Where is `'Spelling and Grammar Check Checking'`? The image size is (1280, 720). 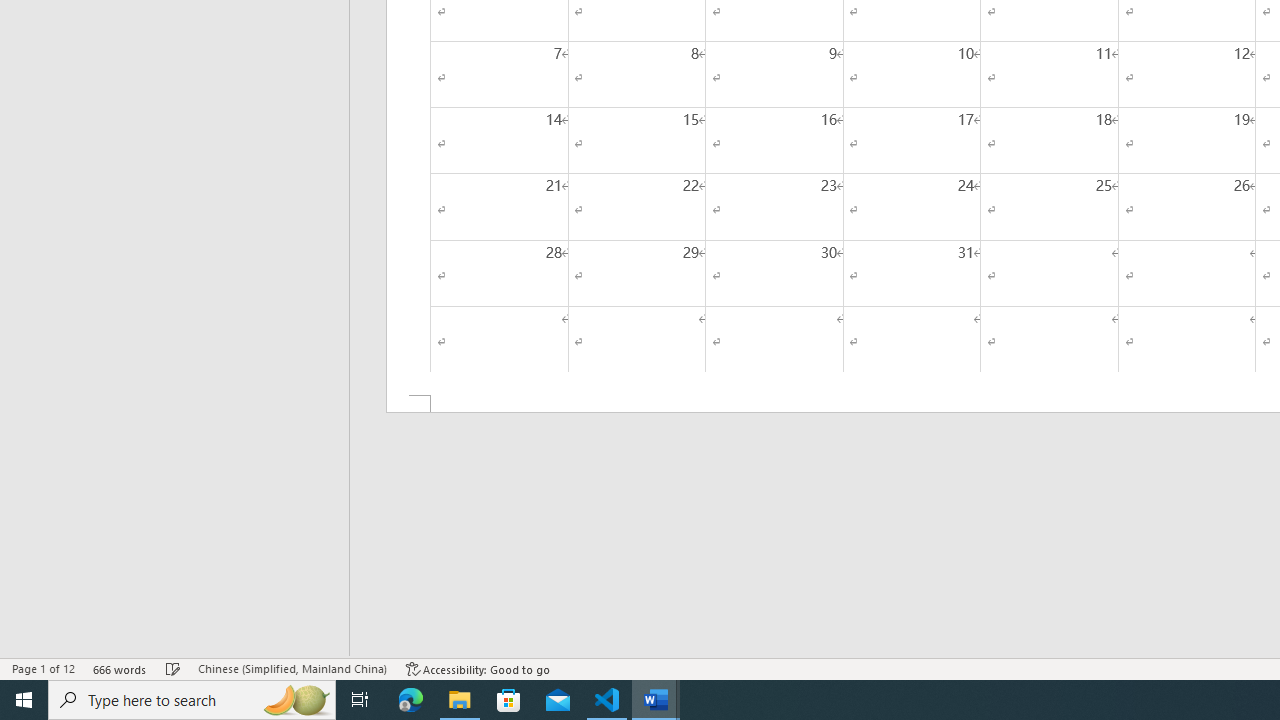
'Spelling and Grammar Check Checking' is located at coordinates (173, 669).